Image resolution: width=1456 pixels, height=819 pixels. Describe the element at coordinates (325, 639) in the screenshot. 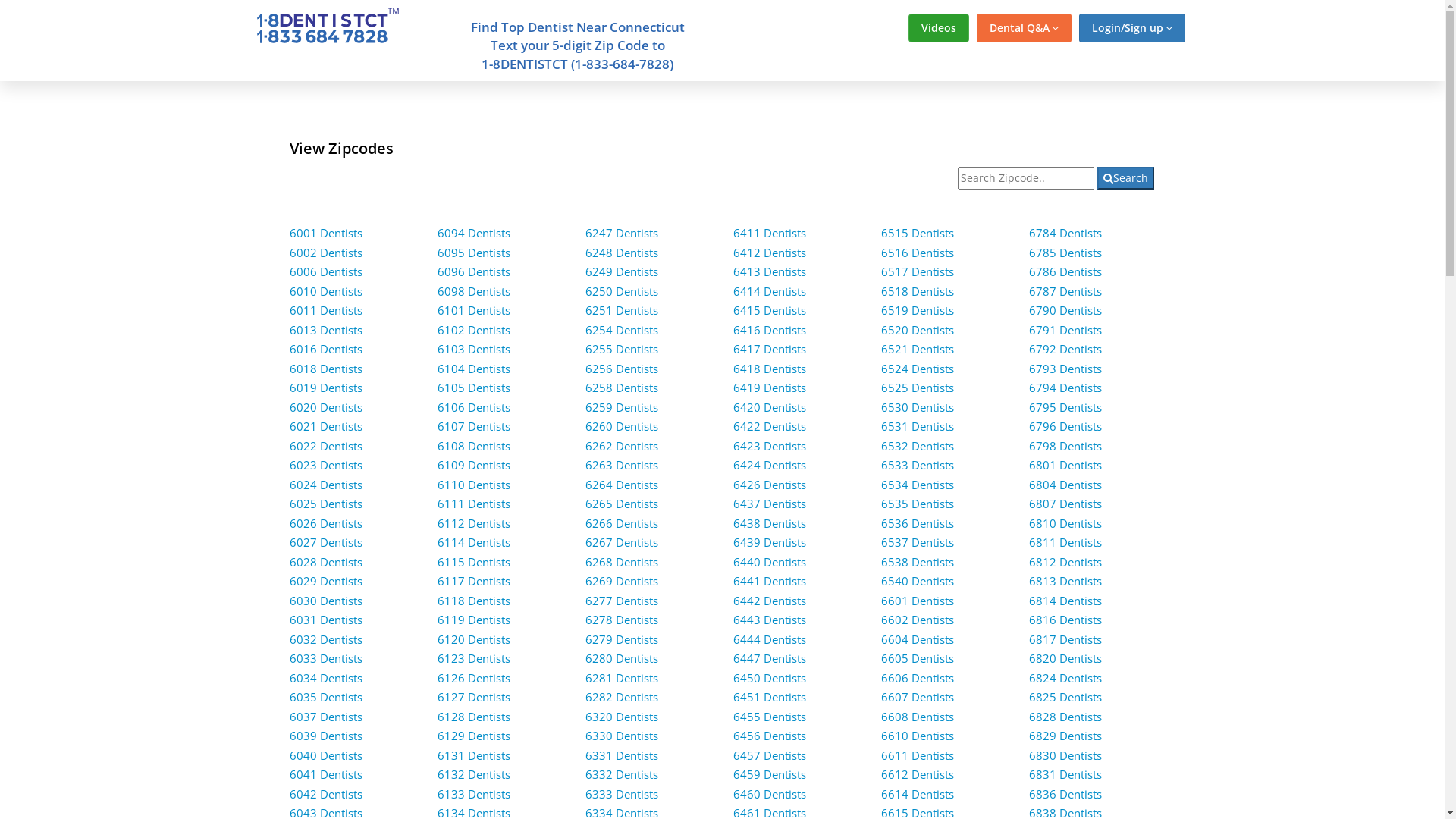

I see `'6032 Dentists'` at that location.